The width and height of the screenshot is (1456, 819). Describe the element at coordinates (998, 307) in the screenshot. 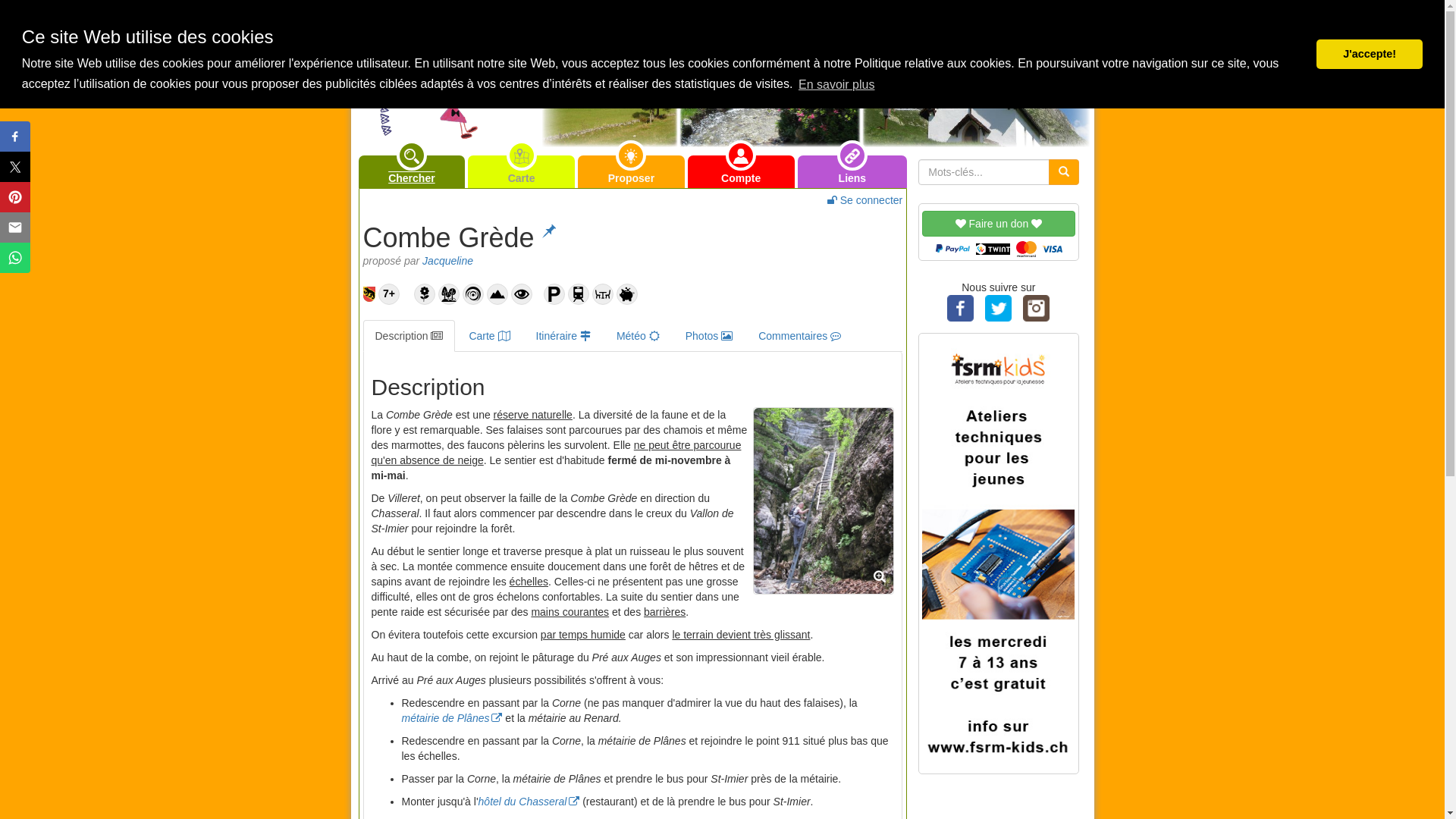

I see `'Suivre balades-en-famille.ch sur twitter'` at that location.